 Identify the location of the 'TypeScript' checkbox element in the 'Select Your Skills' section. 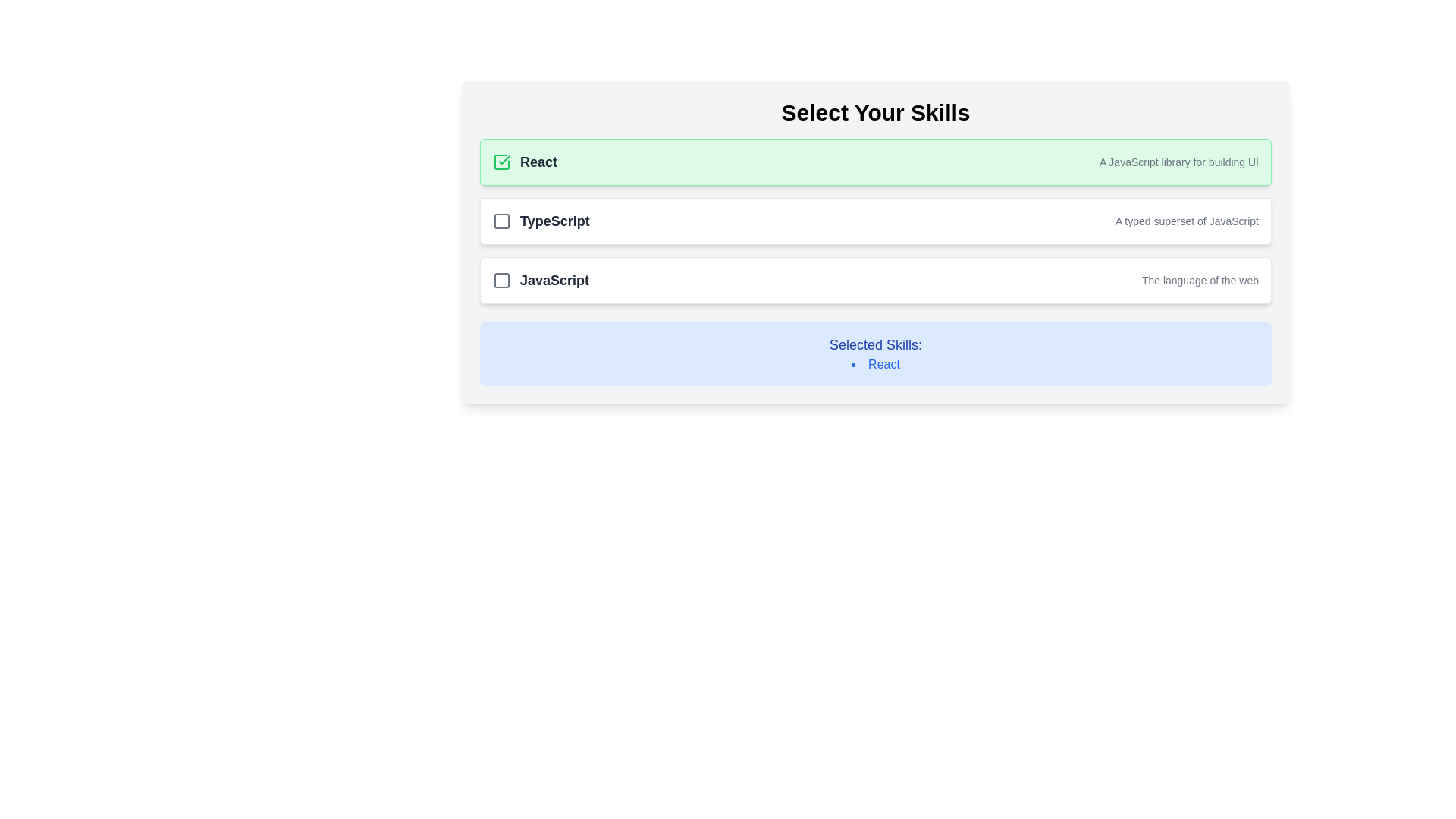
(876, 221).